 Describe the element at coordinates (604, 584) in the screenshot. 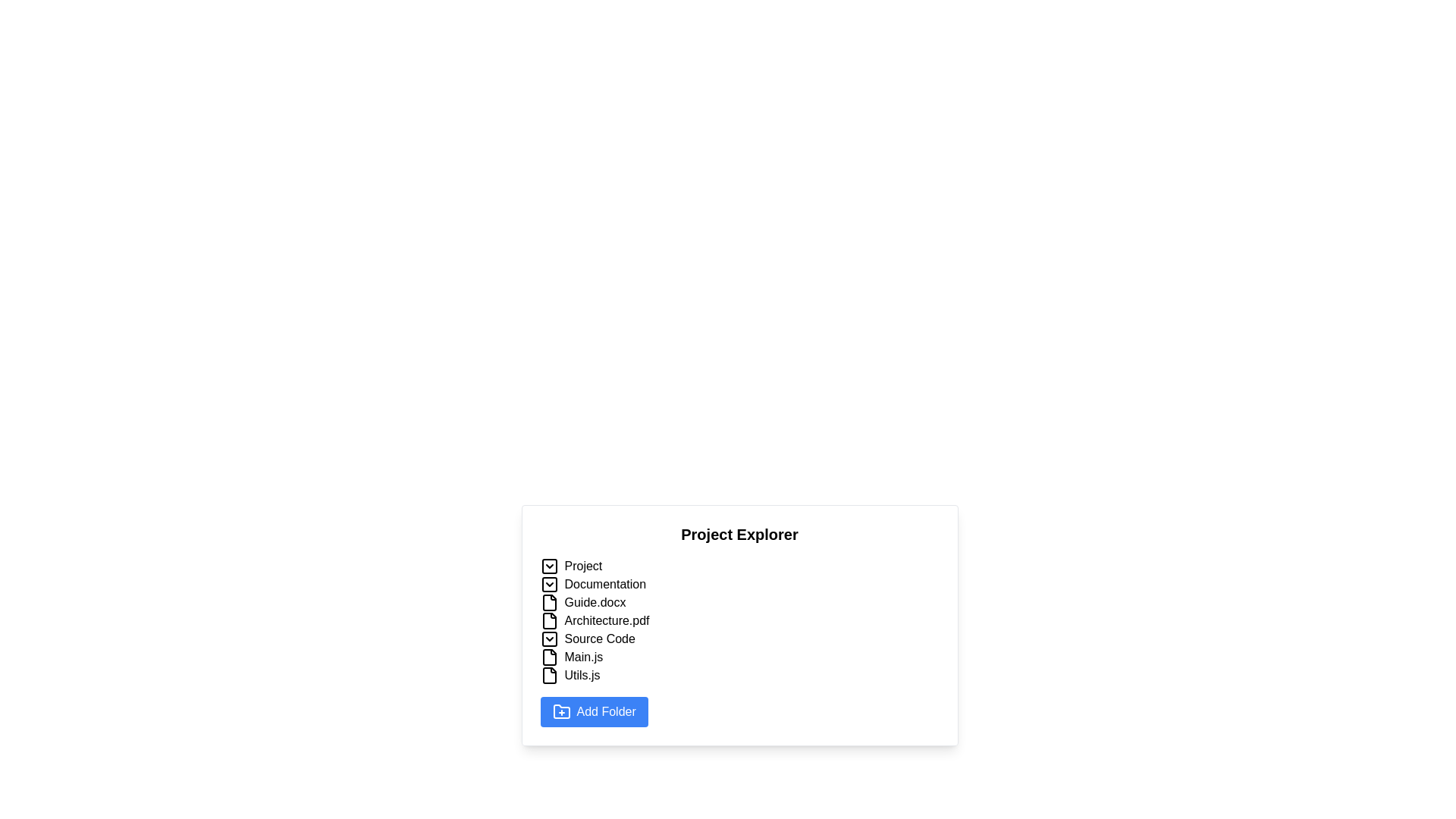

I see `on the 'Documentation' text label` at that location.